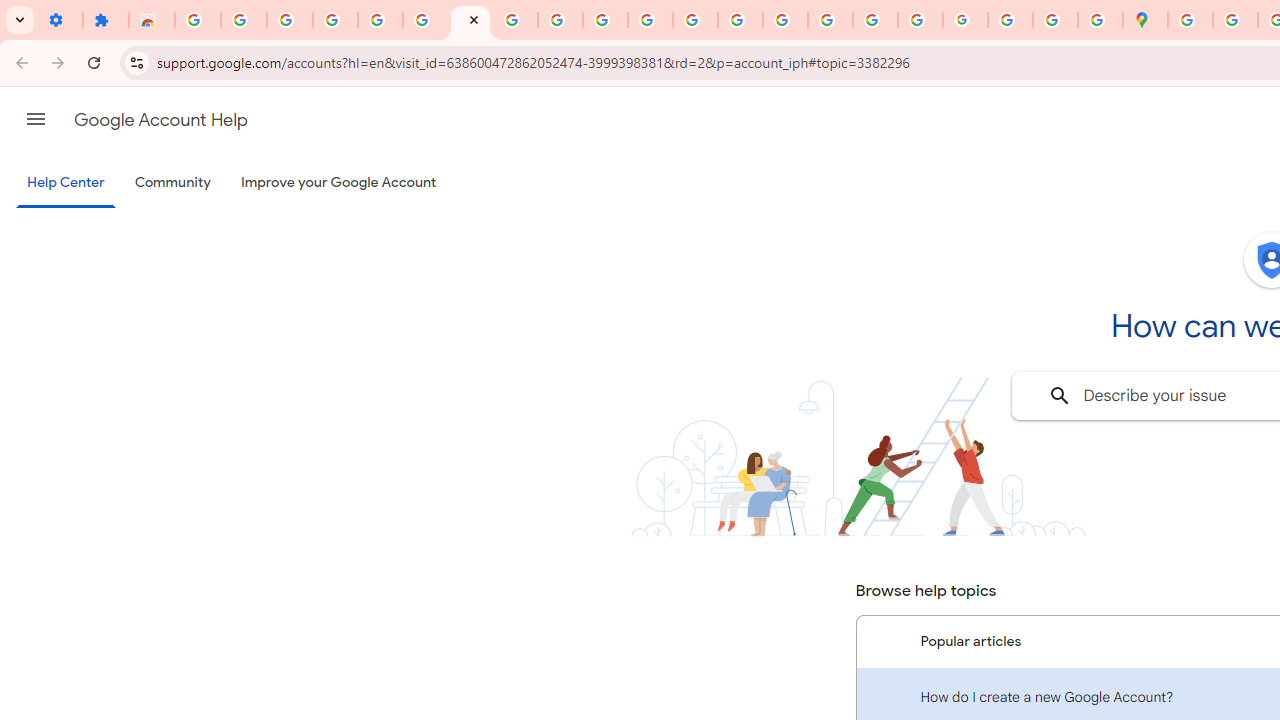  Describe the element at coordinates (289, 20) in the screenshot. I see `'Learn how to find your photos - Google Photos Help'` at that location.